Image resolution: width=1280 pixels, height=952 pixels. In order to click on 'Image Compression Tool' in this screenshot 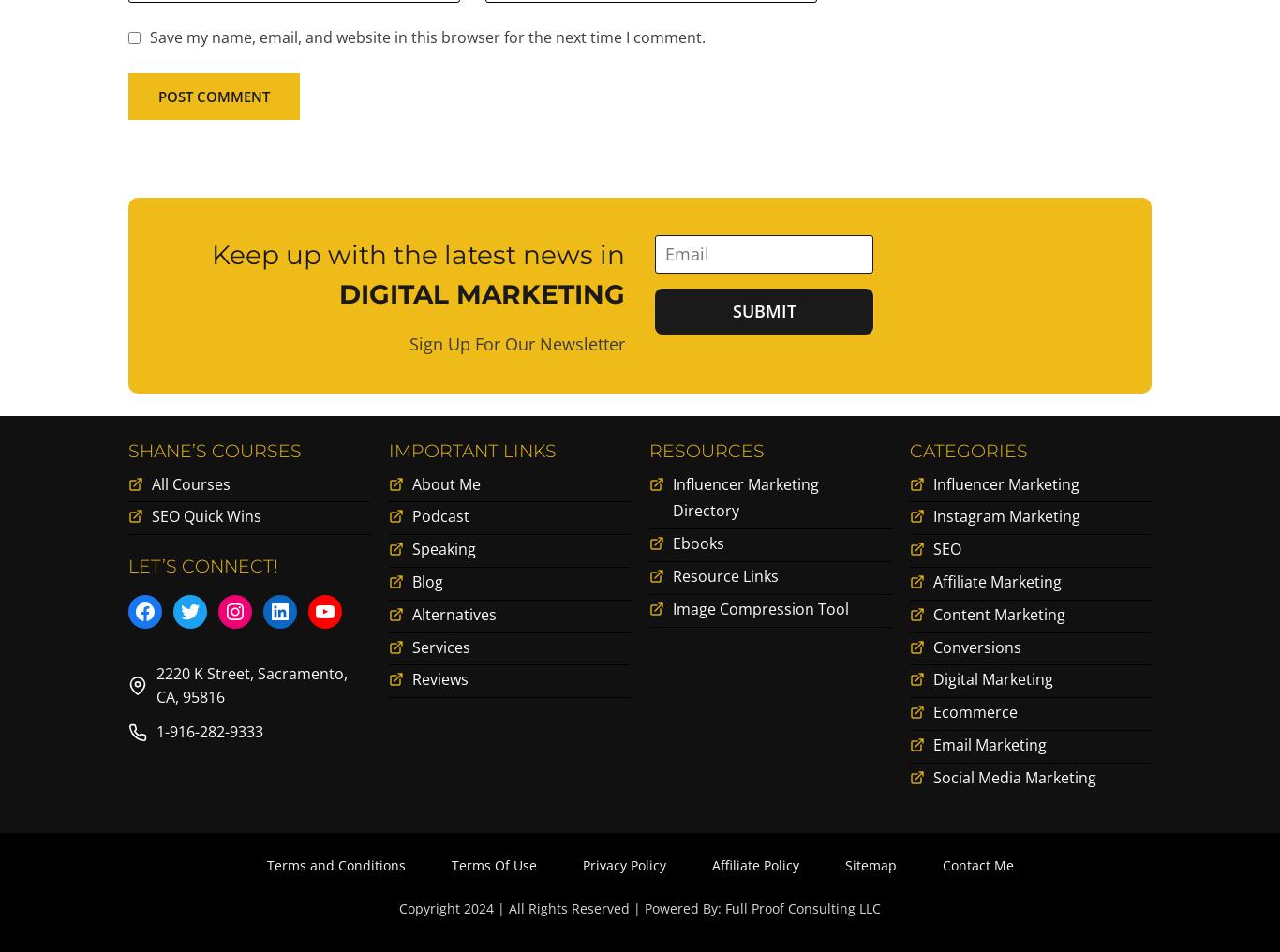, I will do `click(759, 611)`.